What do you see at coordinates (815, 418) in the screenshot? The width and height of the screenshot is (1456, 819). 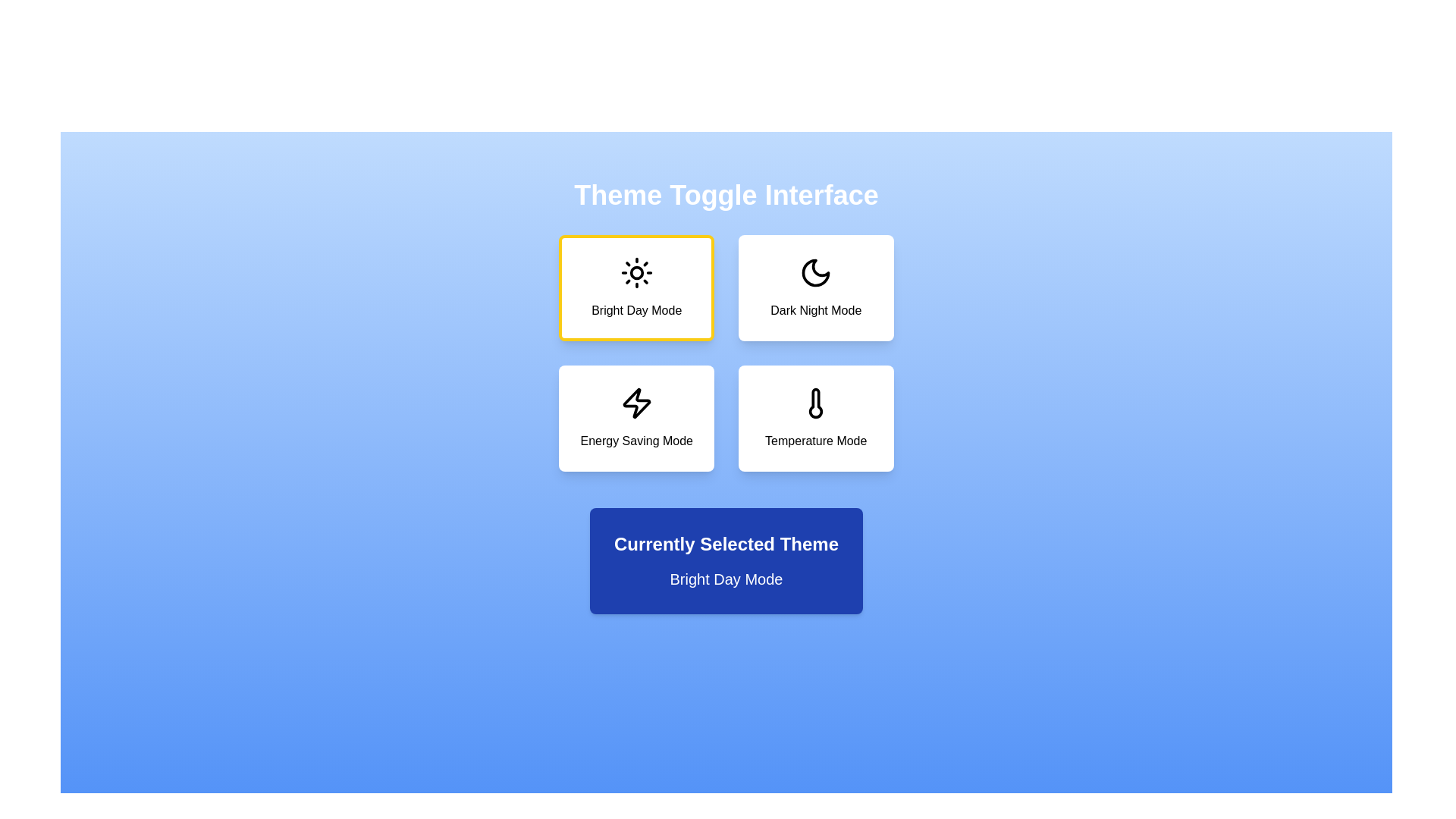 I see `the theme Temperature Mode by clicking its button` at bounding box center [815, 418].